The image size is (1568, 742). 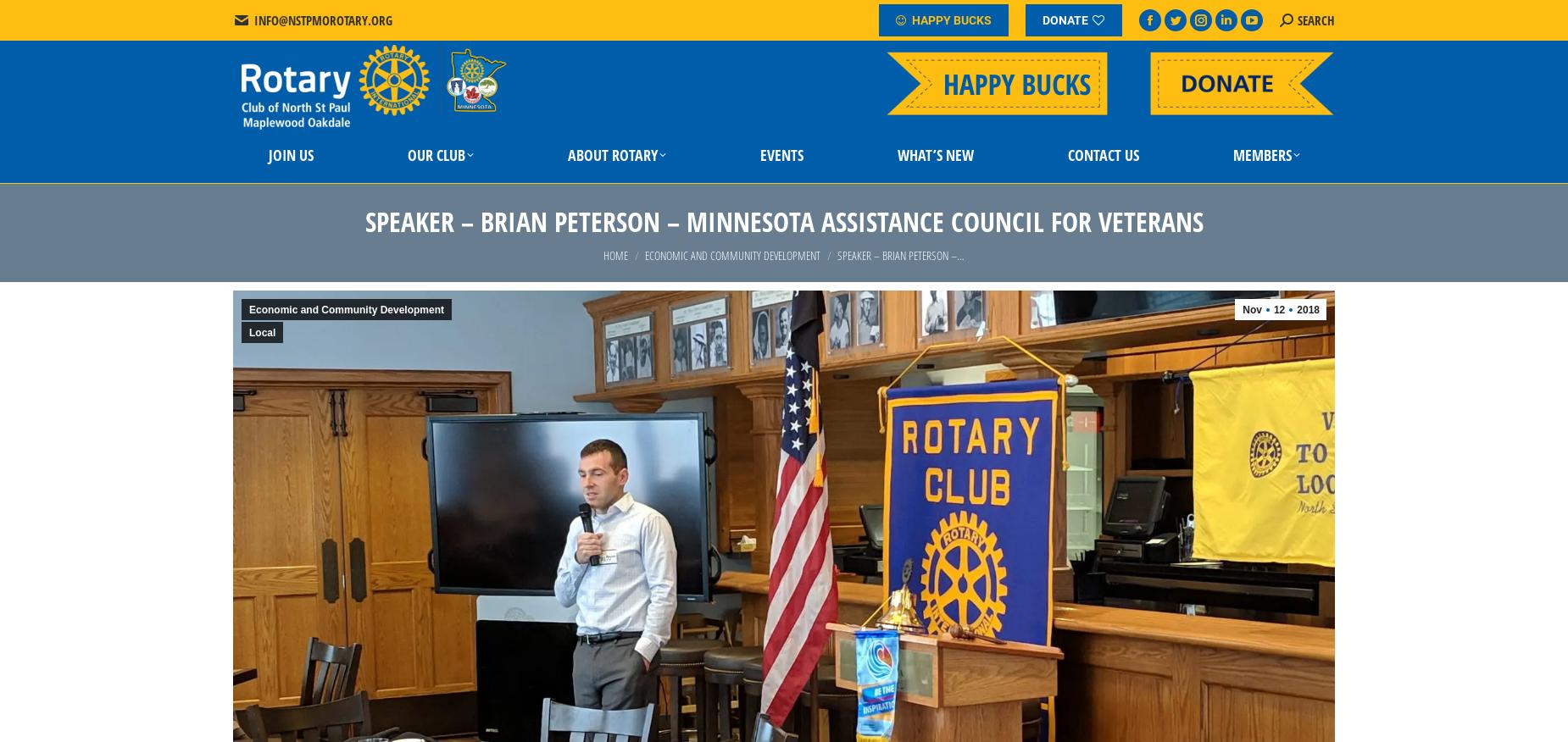 What do you see at coordinates (247, 332) in the screenshot?
I see `'Local'` at bounding box center [247, 332].